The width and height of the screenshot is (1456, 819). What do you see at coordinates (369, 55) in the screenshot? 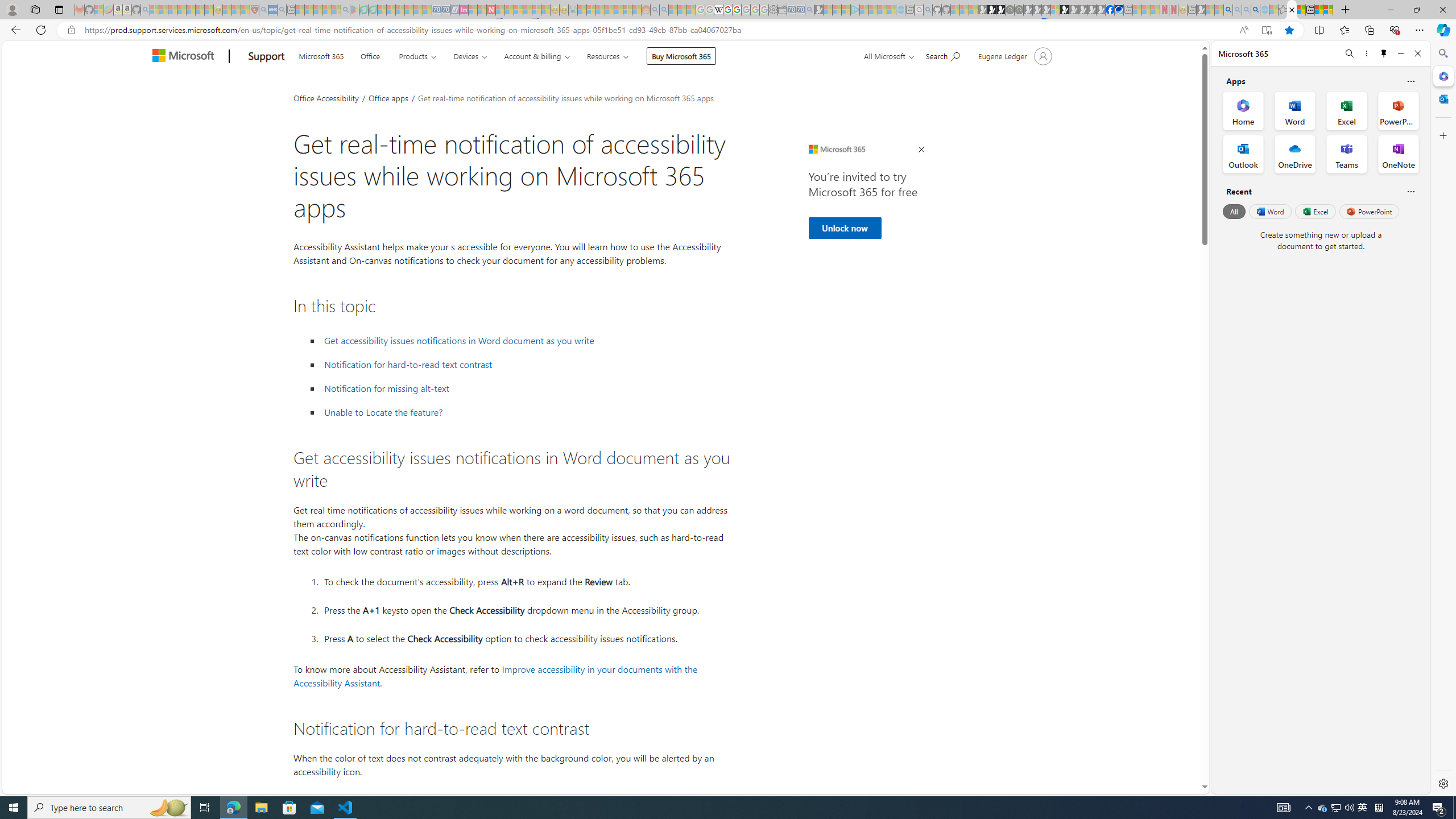
I see `'Office'` at bounding box center [369, 55].